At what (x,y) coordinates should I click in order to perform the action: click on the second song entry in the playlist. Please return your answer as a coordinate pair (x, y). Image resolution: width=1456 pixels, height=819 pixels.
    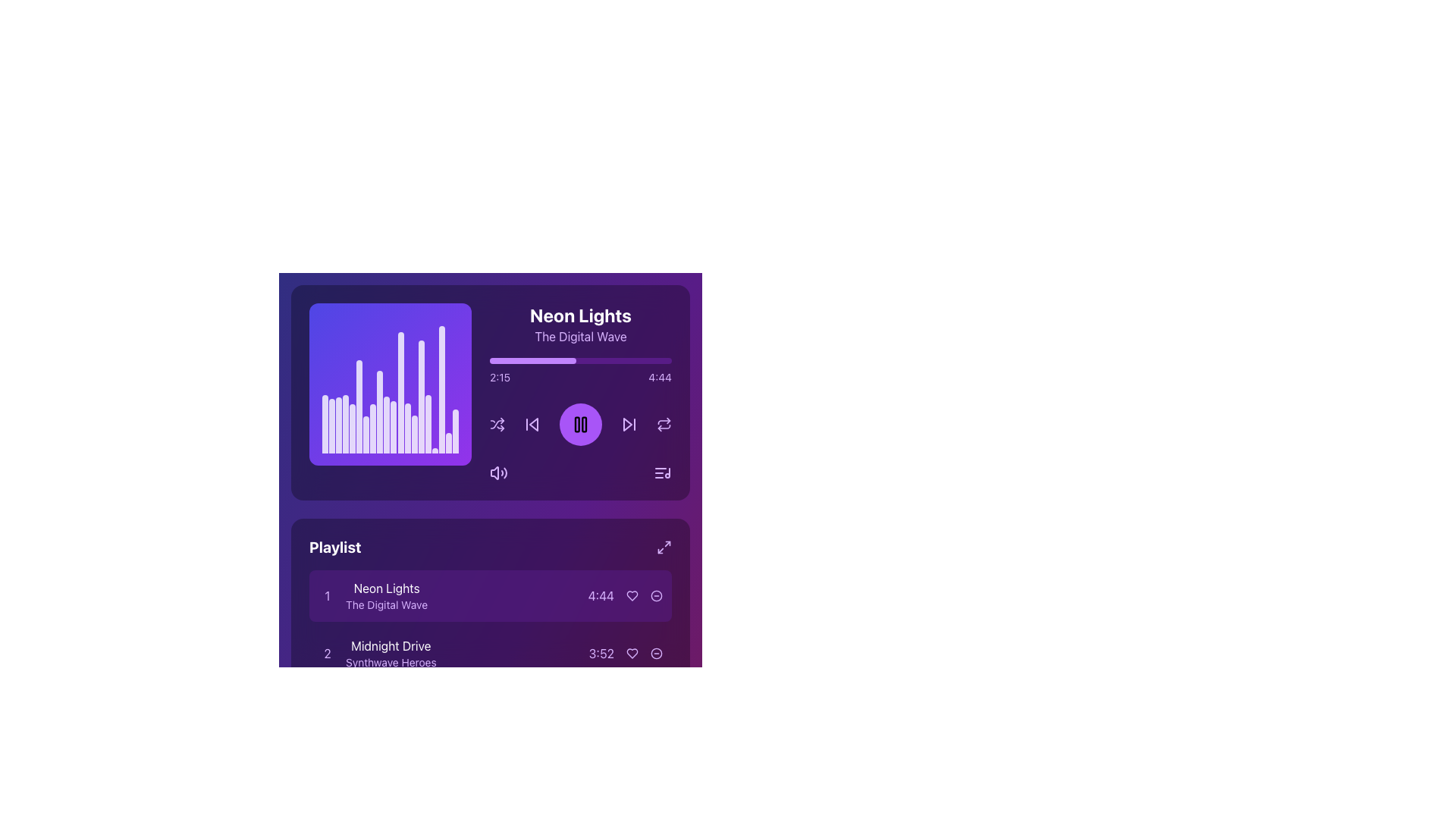
    Looking at the image, I should click on (491, 652).